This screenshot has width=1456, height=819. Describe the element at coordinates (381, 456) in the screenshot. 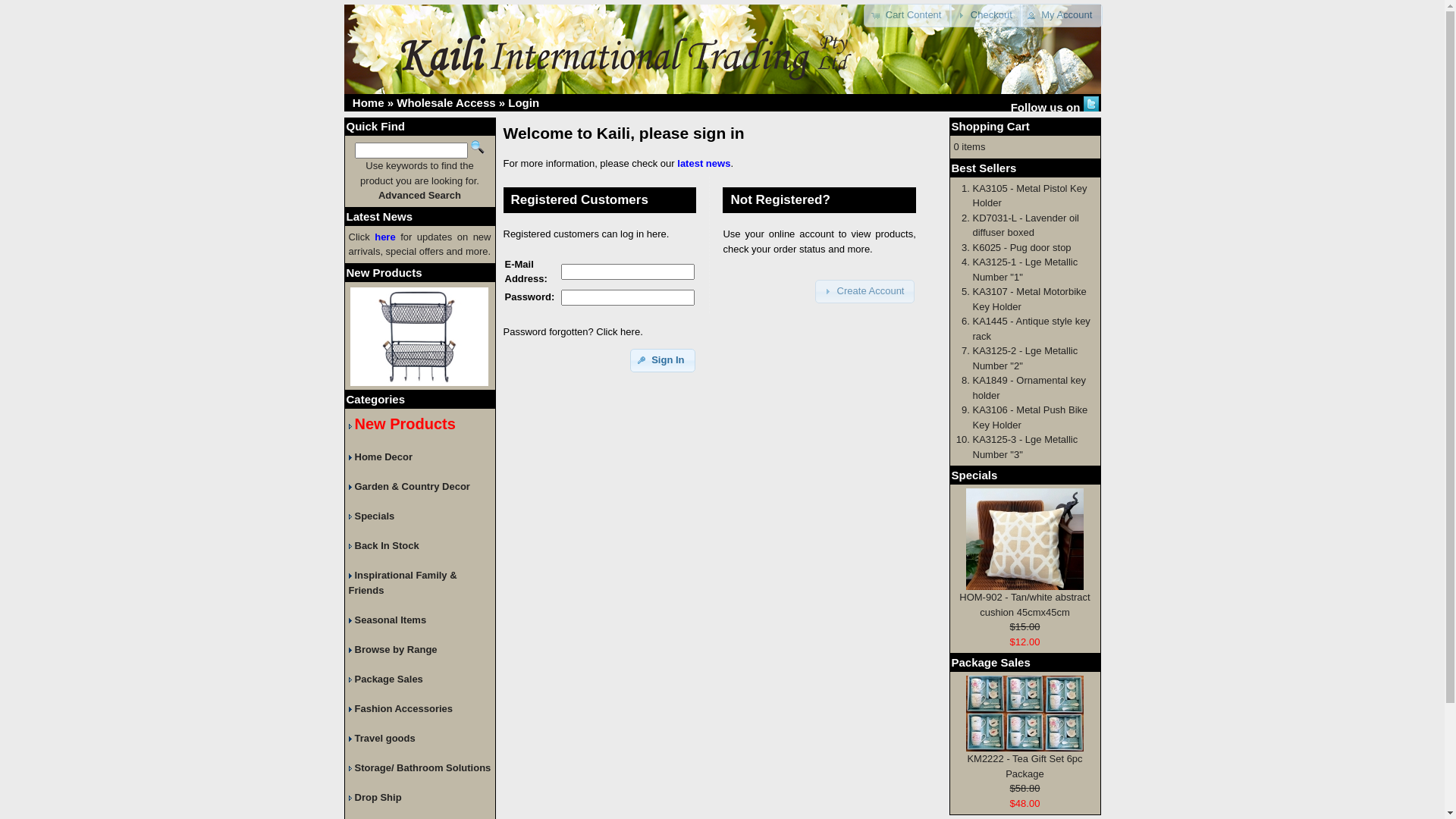

I see `'Home Decor'` at that location.